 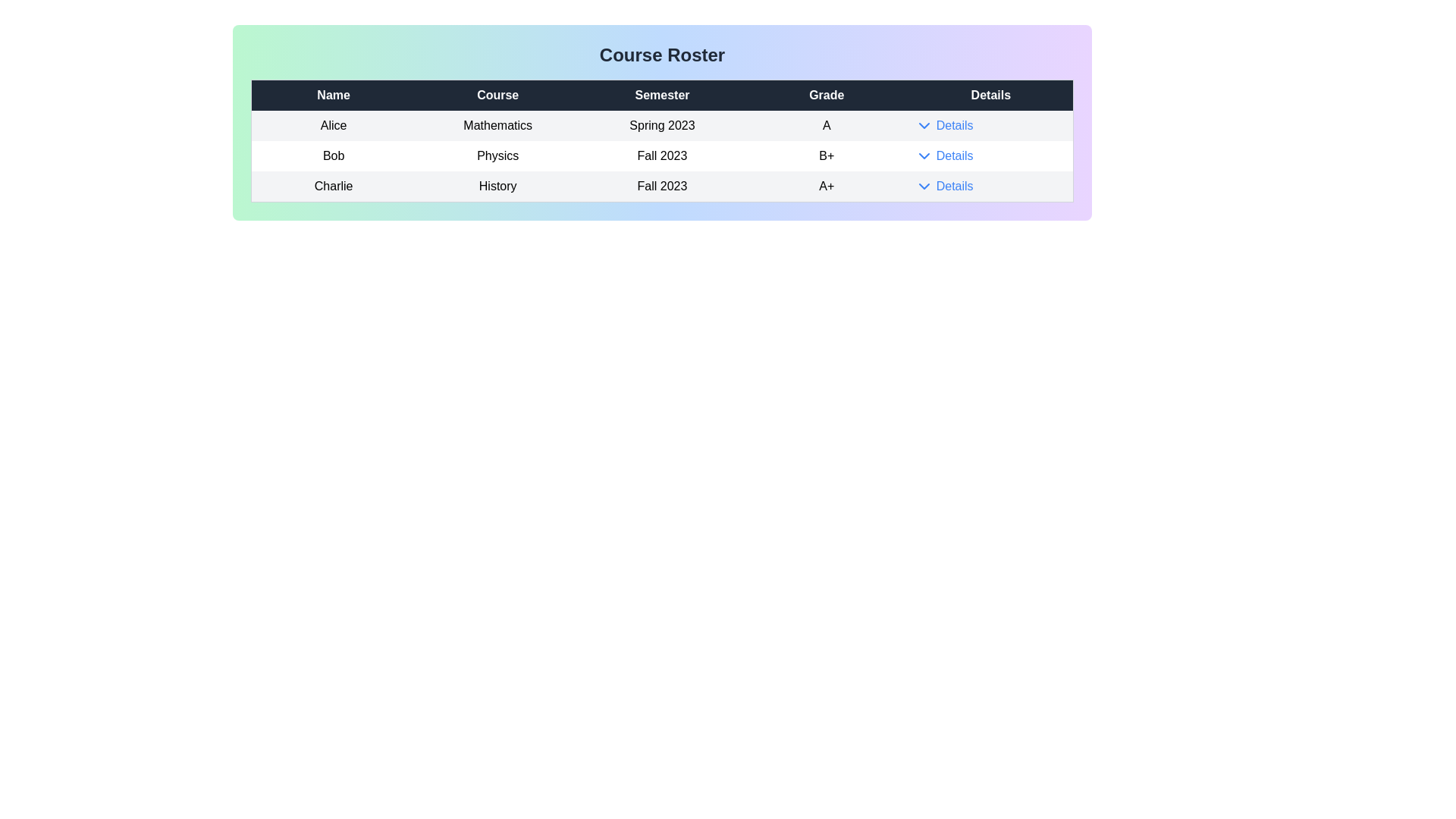 I want to click on the static text label displaying 'Fall 2023' for the course 'History' associated with student 'Charlie' in the 'Semester' column, so click(x=662, y=186).